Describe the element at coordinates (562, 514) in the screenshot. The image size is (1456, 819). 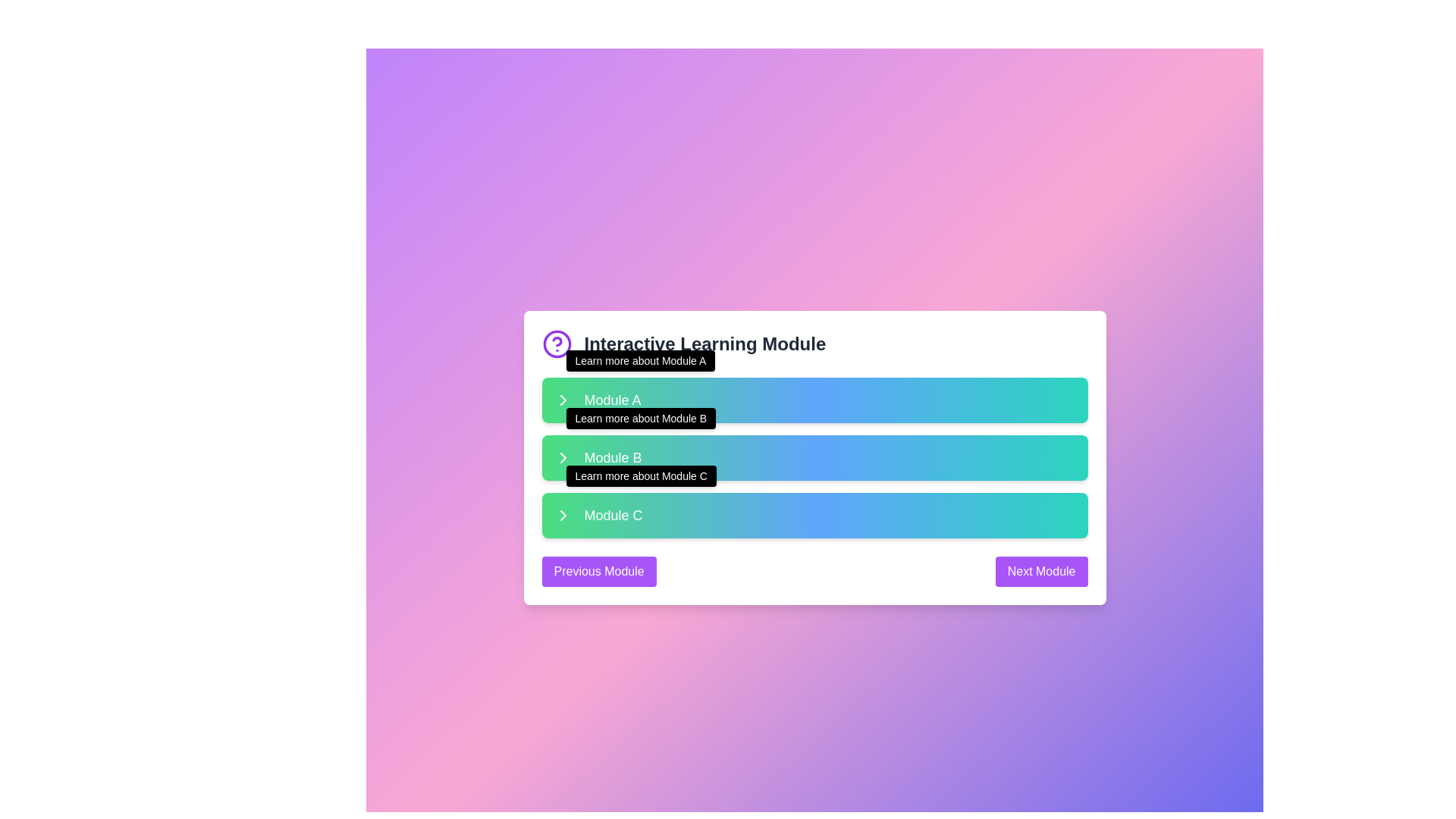
I see `the right-pointing icon indicating expandability or navigability within the green button labeled 'Module B'` at that location.